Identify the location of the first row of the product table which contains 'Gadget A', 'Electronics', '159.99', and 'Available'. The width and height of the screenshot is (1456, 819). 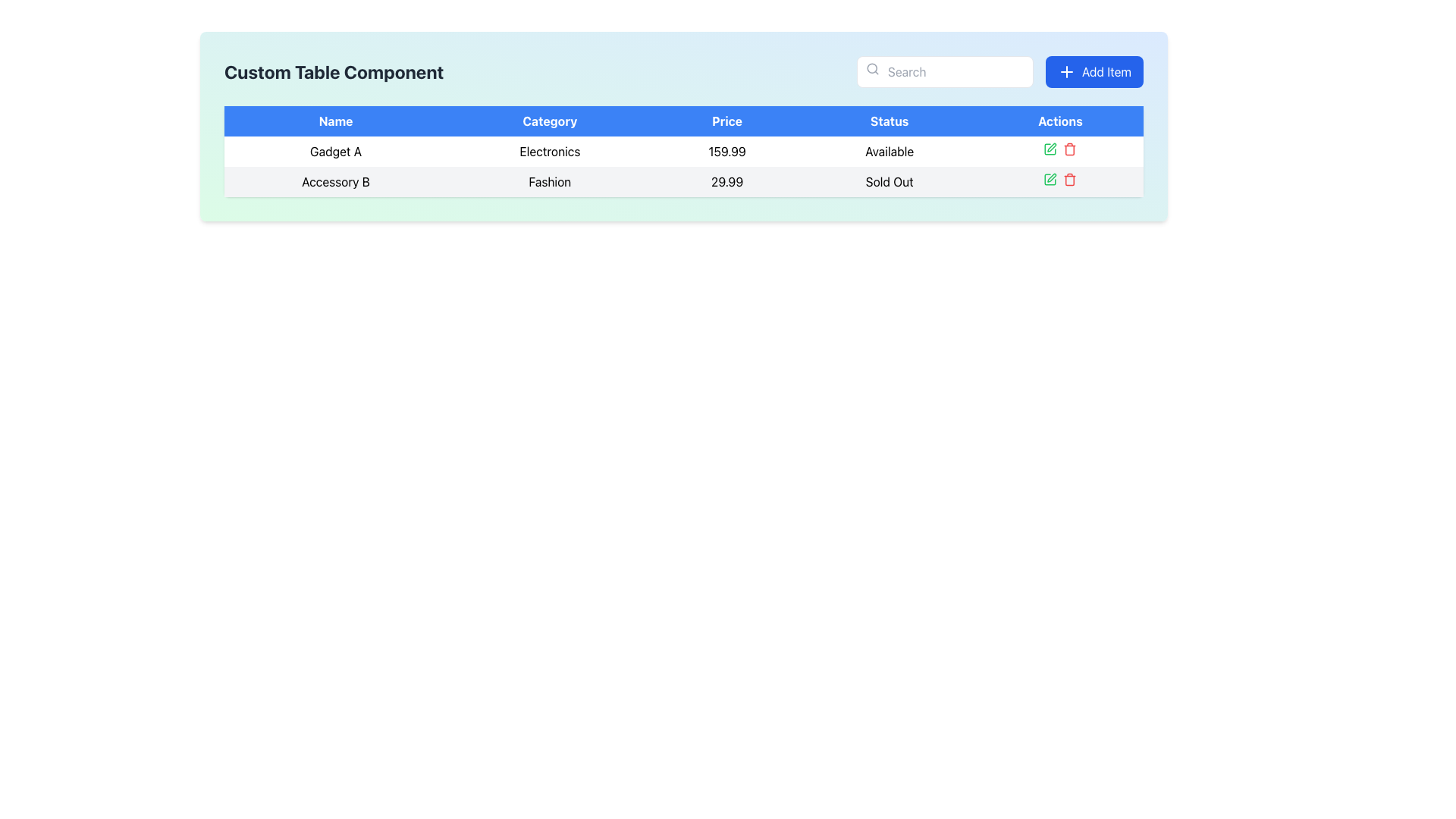
(683, 152).